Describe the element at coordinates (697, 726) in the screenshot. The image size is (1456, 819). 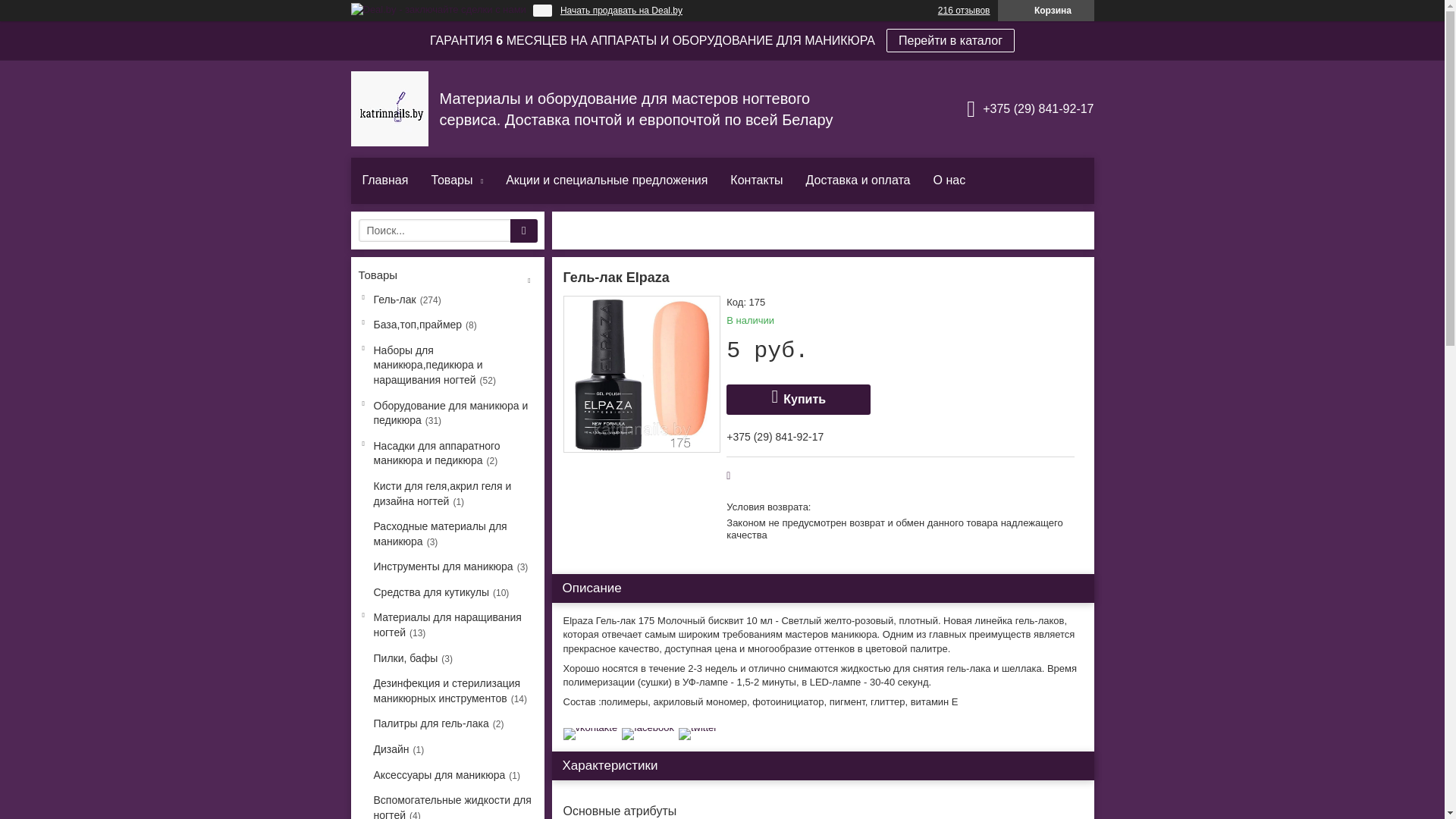
I see `'twitter'` at that location.